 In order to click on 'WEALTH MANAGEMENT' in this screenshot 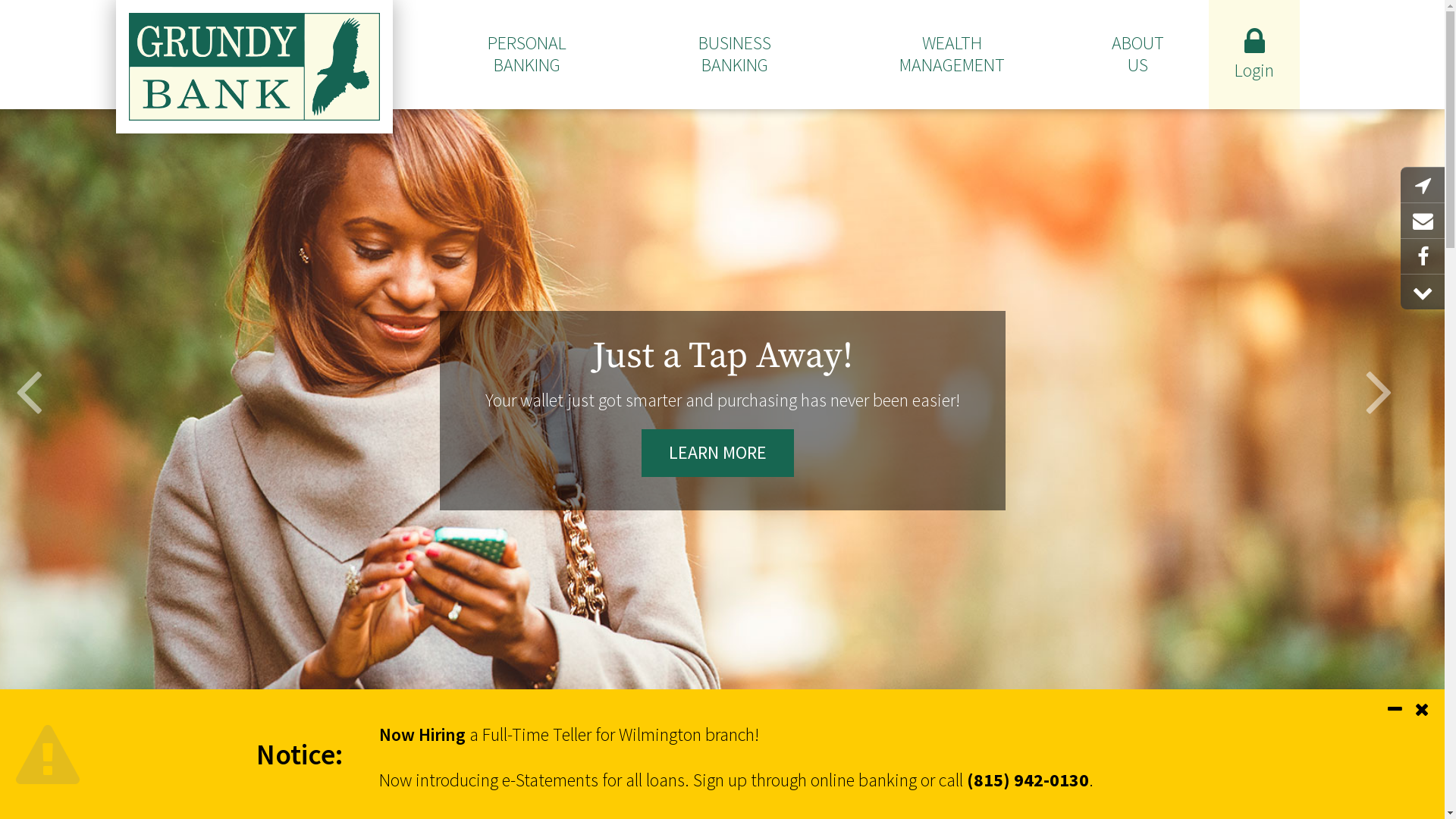, I will do `click(951, 54)`.